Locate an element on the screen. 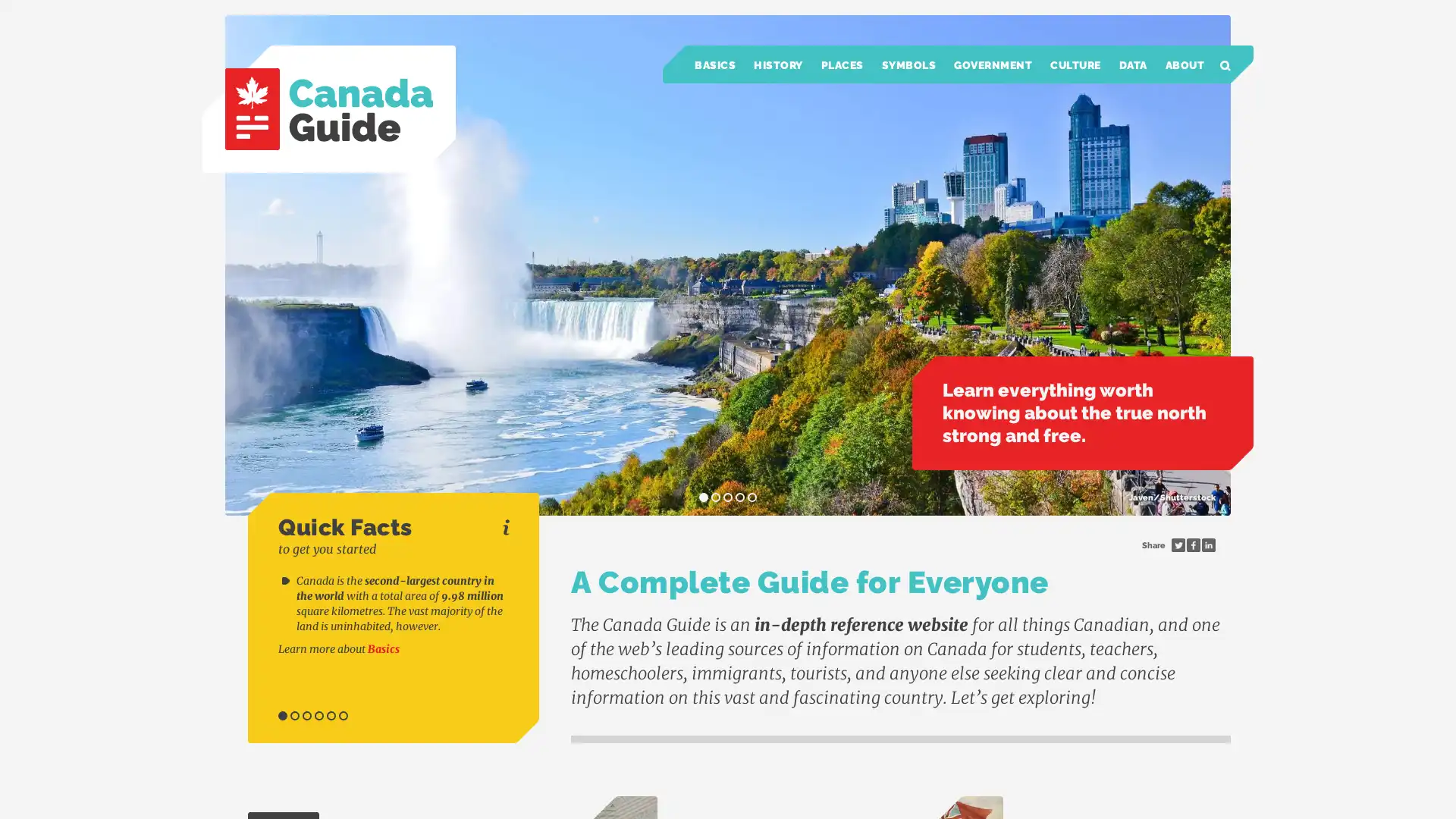 This screenshot has width=1456, height=819. Go to slide 5 is located at coordinates (752, 497).